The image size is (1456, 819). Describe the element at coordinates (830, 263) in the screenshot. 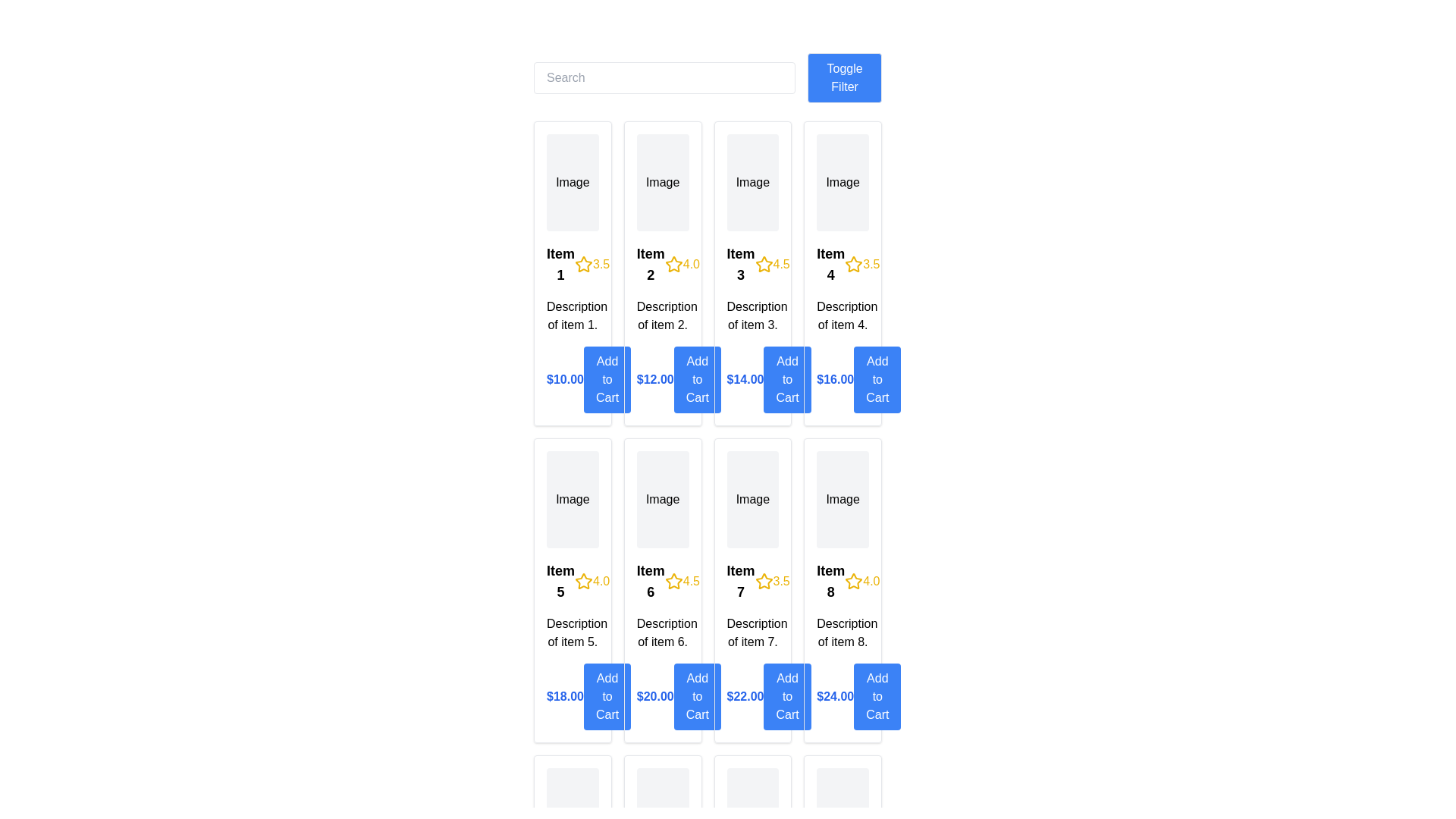

I see `bold text label displaying 'Item 4' located in the upper section of the fourth item card in the grid layout` at that location.